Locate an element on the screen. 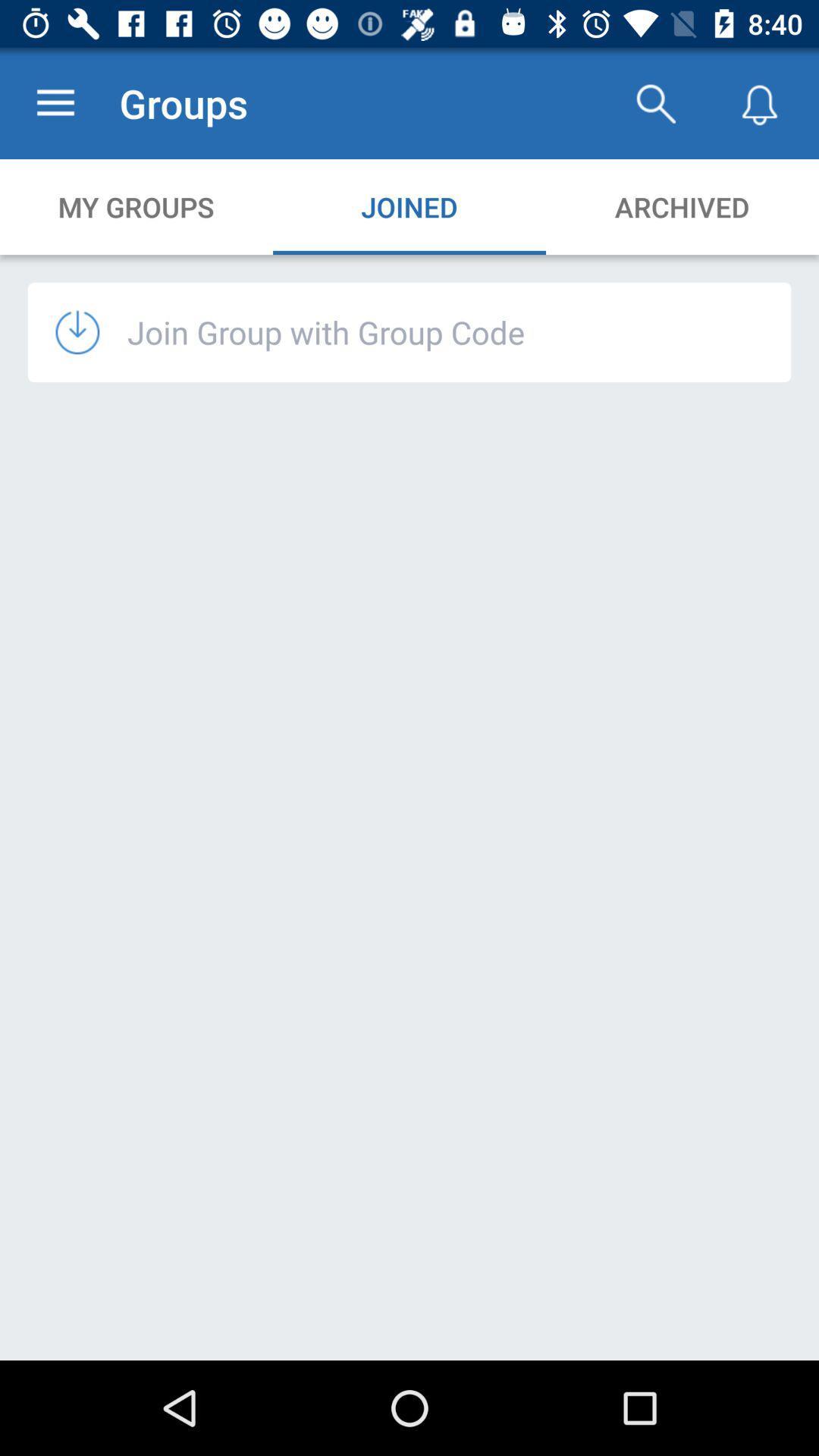 This screenshot has height=1456, width=819. the app to the right of groups icon is located at coordinates (654, 102).